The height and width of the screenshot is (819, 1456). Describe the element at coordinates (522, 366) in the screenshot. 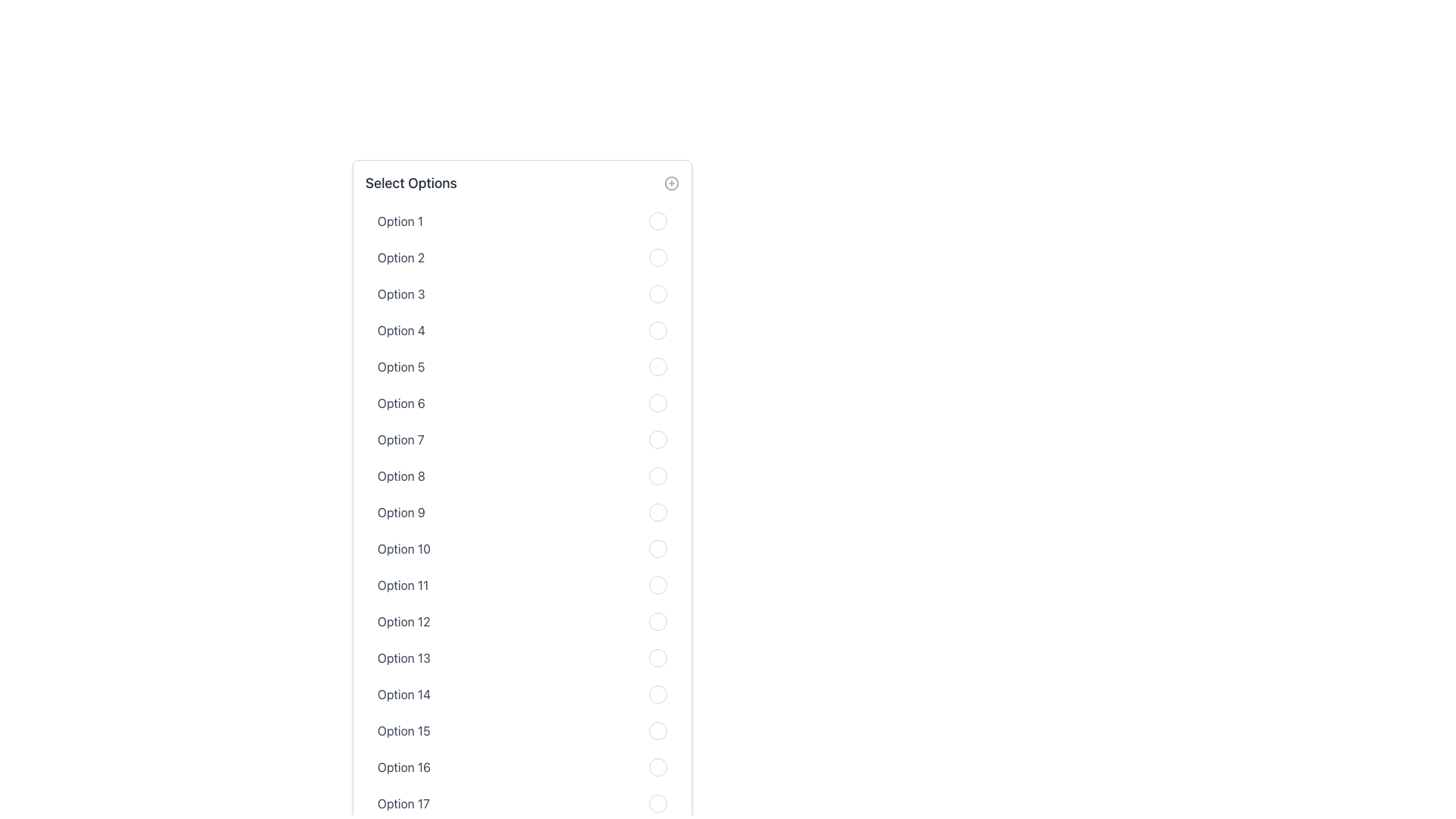

I see `the List Item with Radio Button labeled 'Option 5' to trigger hover effects` at that location.